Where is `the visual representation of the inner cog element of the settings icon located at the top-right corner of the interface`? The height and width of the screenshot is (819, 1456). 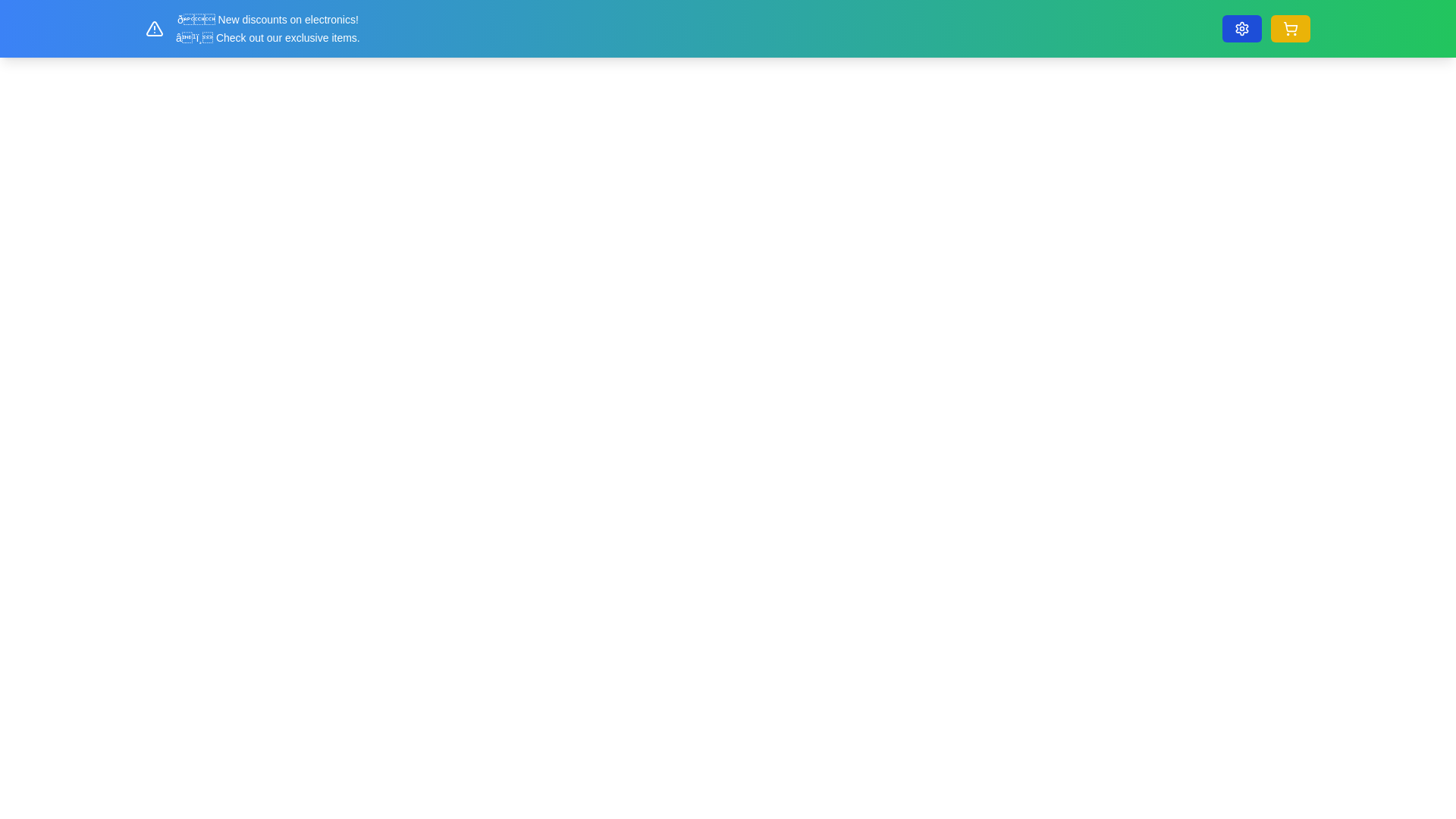 the visual representation of the inner cog element of the settings icon located at the top-right corner of the interface is located at coordinates (1241, 29).